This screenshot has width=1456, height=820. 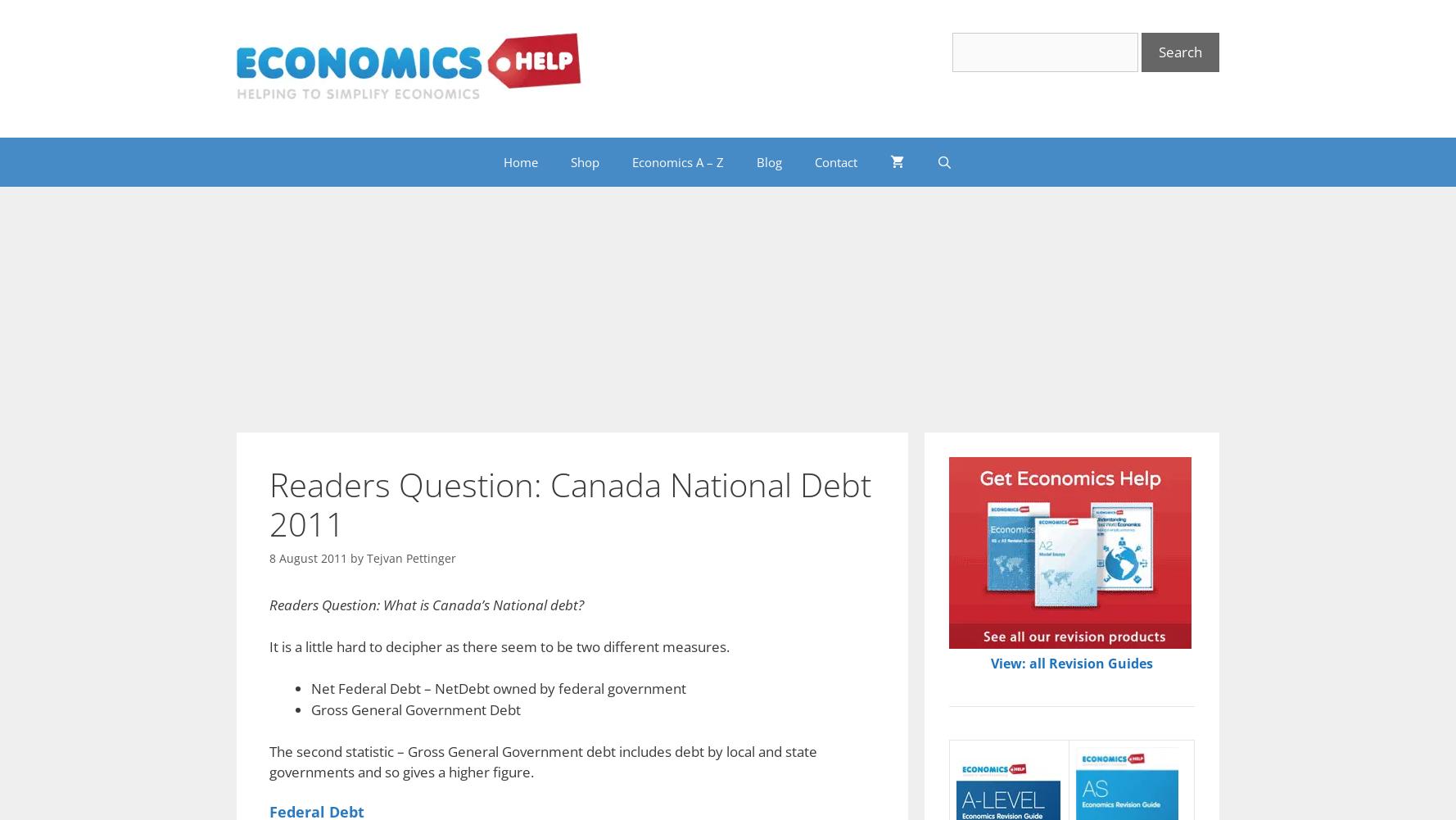 What do you see at coordinates (543, 761) in the screenshot?
I see `'The second statistic – Gross General Government debt includes debt by local and state governments and so gives a higher figure.'` at bounding box center [543, 761].